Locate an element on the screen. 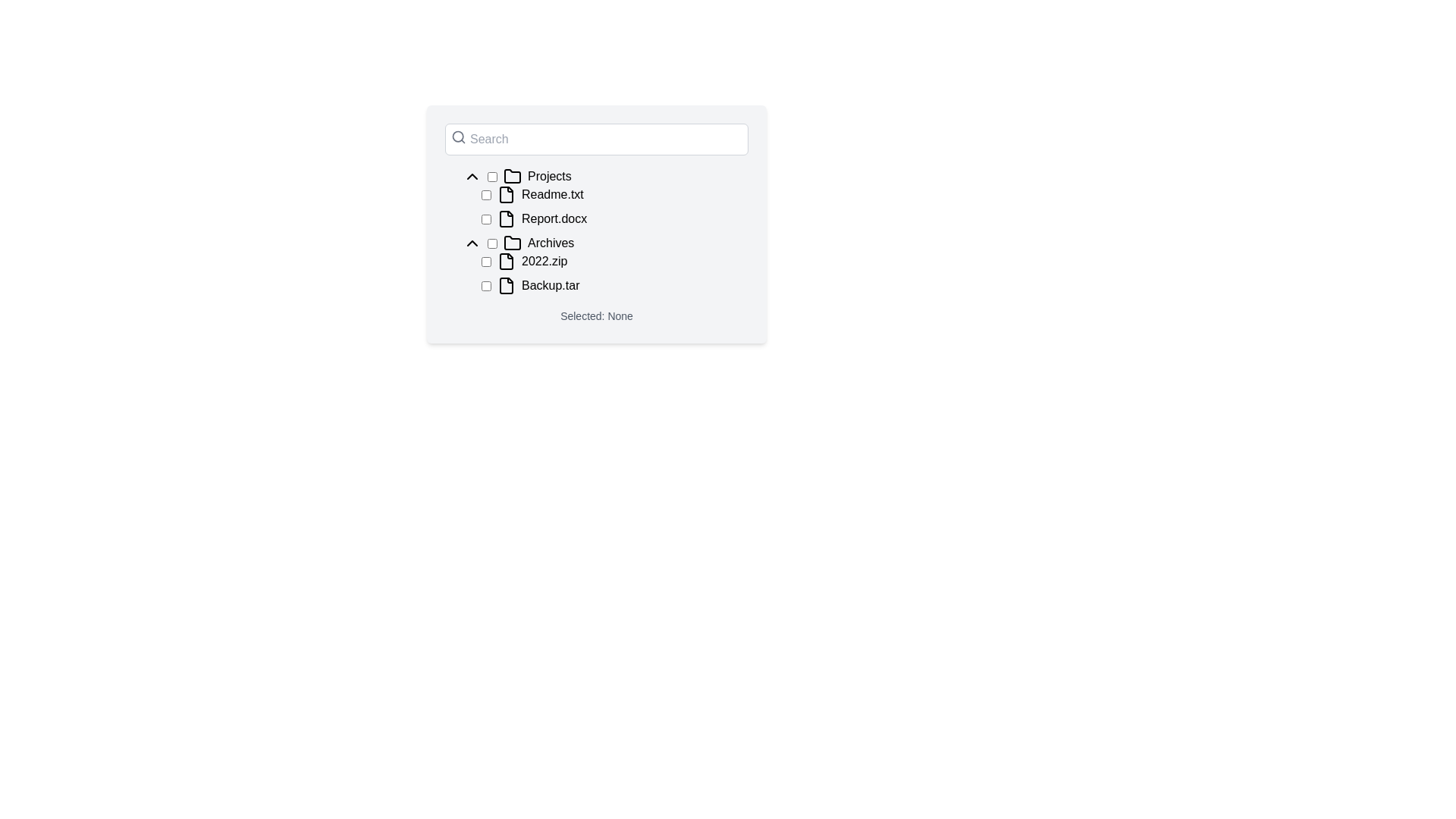 The image size is (1456, 819). the text label 'Backup.tar' is located at coordinates (550, 286).